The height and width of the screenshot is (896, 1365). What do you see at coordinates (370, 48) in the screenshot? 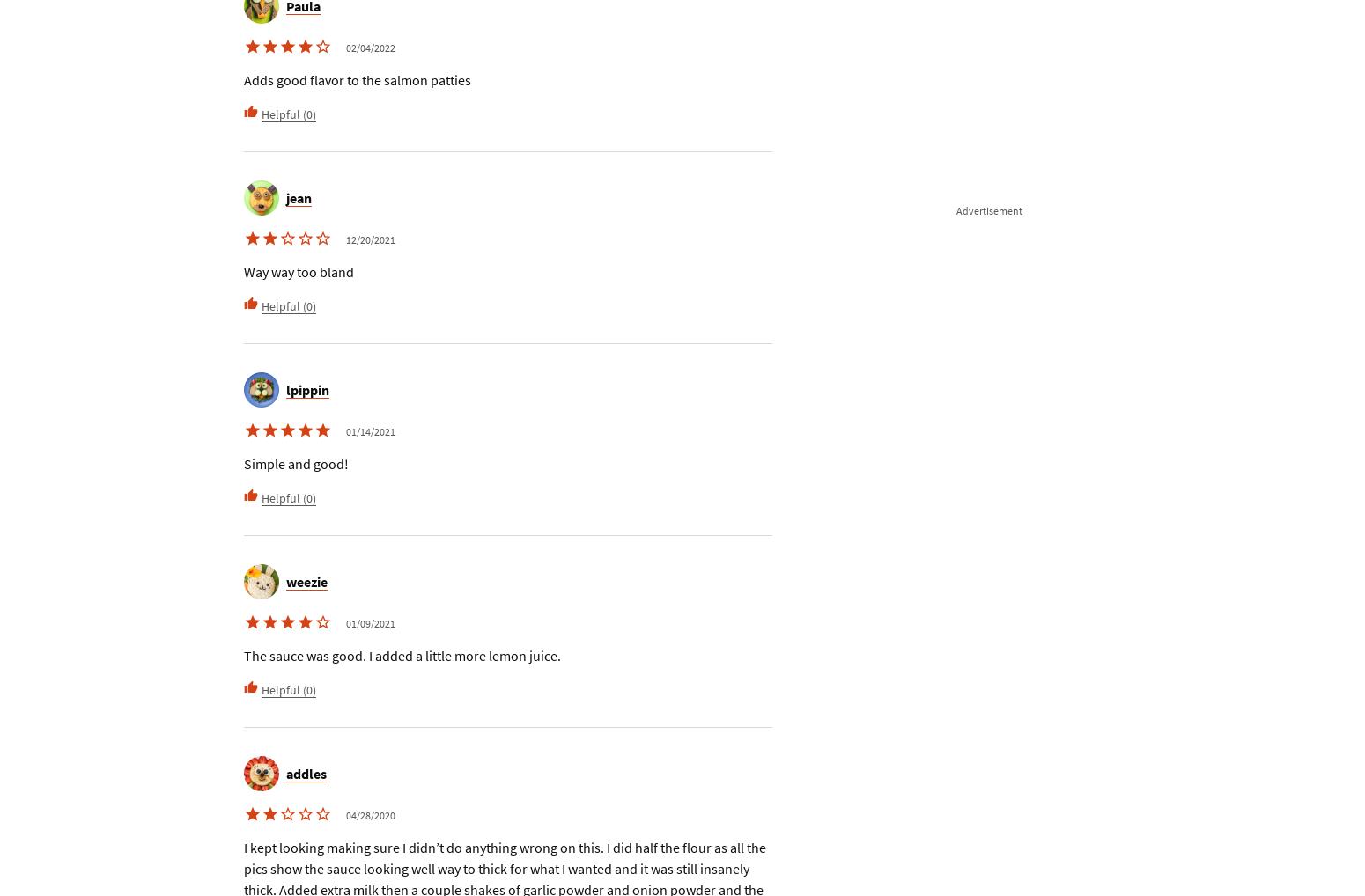
I see `'02/04/2022'` at bounding box center [370, 48].